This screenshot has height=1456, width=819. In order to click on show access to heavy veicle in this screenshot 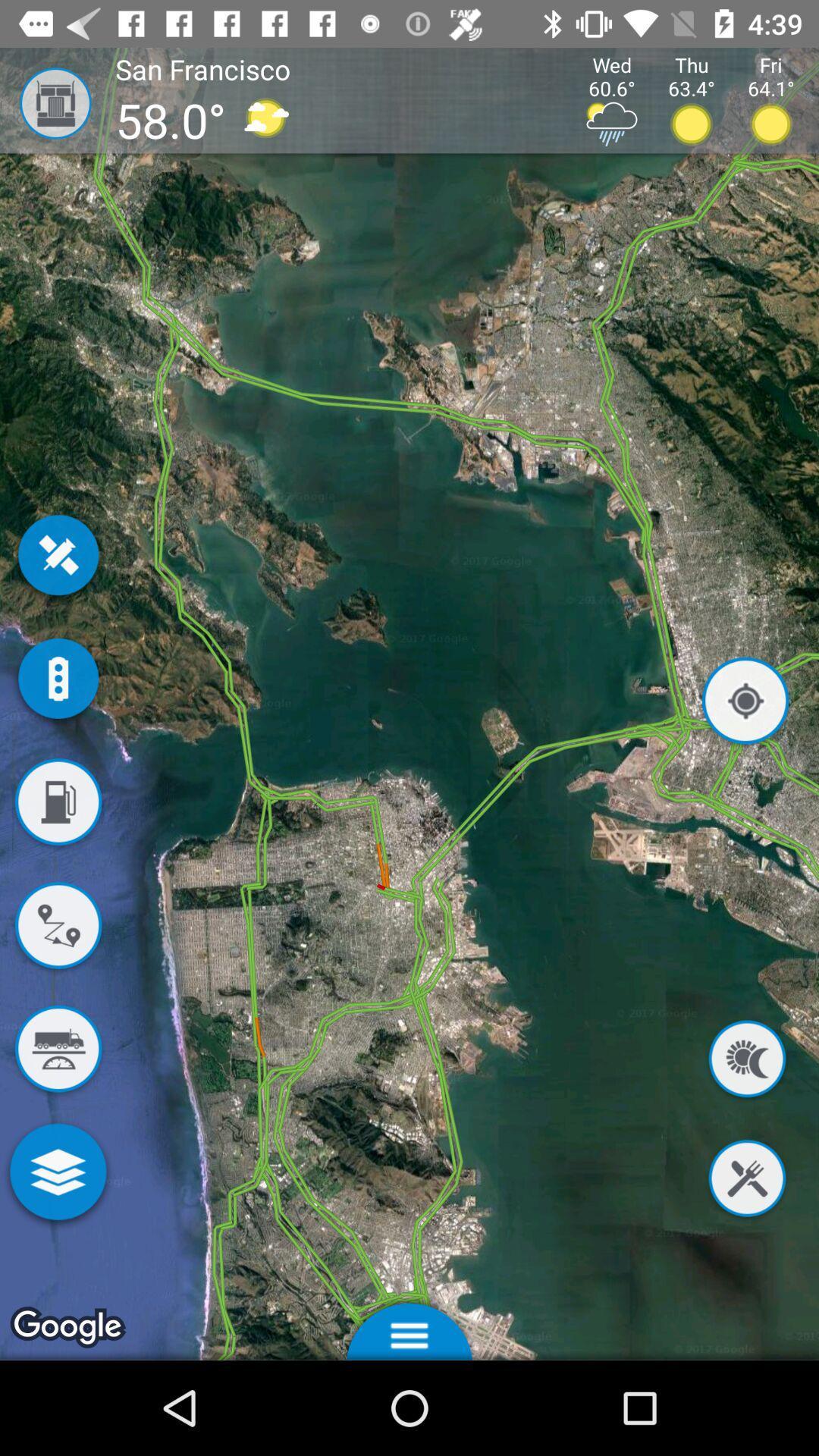, I will do `click(57, 1051)`.